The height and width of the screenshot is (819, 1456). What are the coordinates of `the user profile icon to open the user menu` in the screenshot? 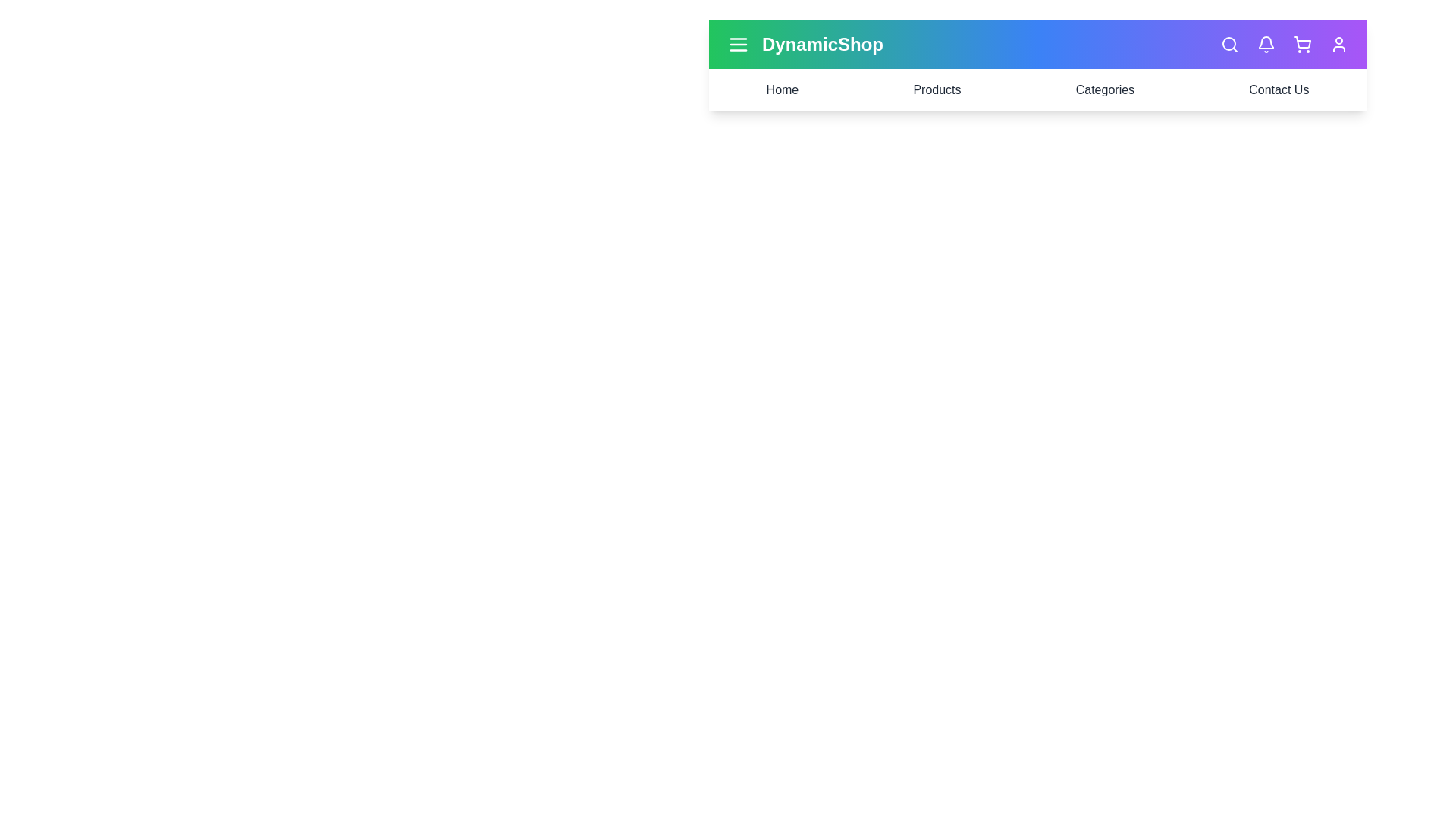 It's located at (1339, 43).